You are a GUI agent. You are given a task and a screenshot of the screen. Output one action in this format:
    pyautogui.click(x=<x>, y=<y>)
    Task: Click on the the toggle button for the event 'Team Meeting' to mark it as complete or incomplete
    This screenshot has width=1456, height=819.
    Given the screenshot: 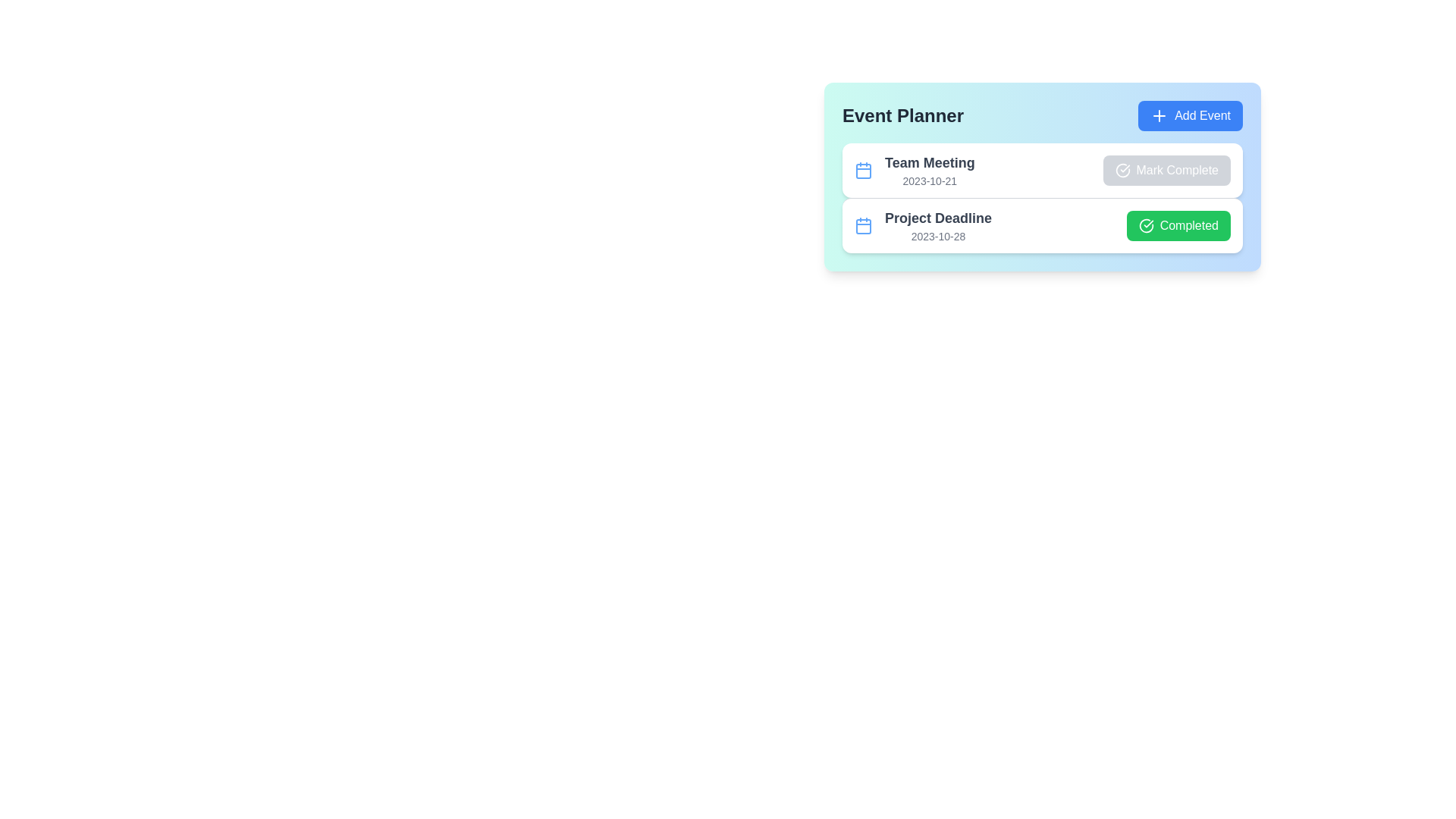 What is the action you would take?
    pyautogui.click(x=1166, y=170)
    